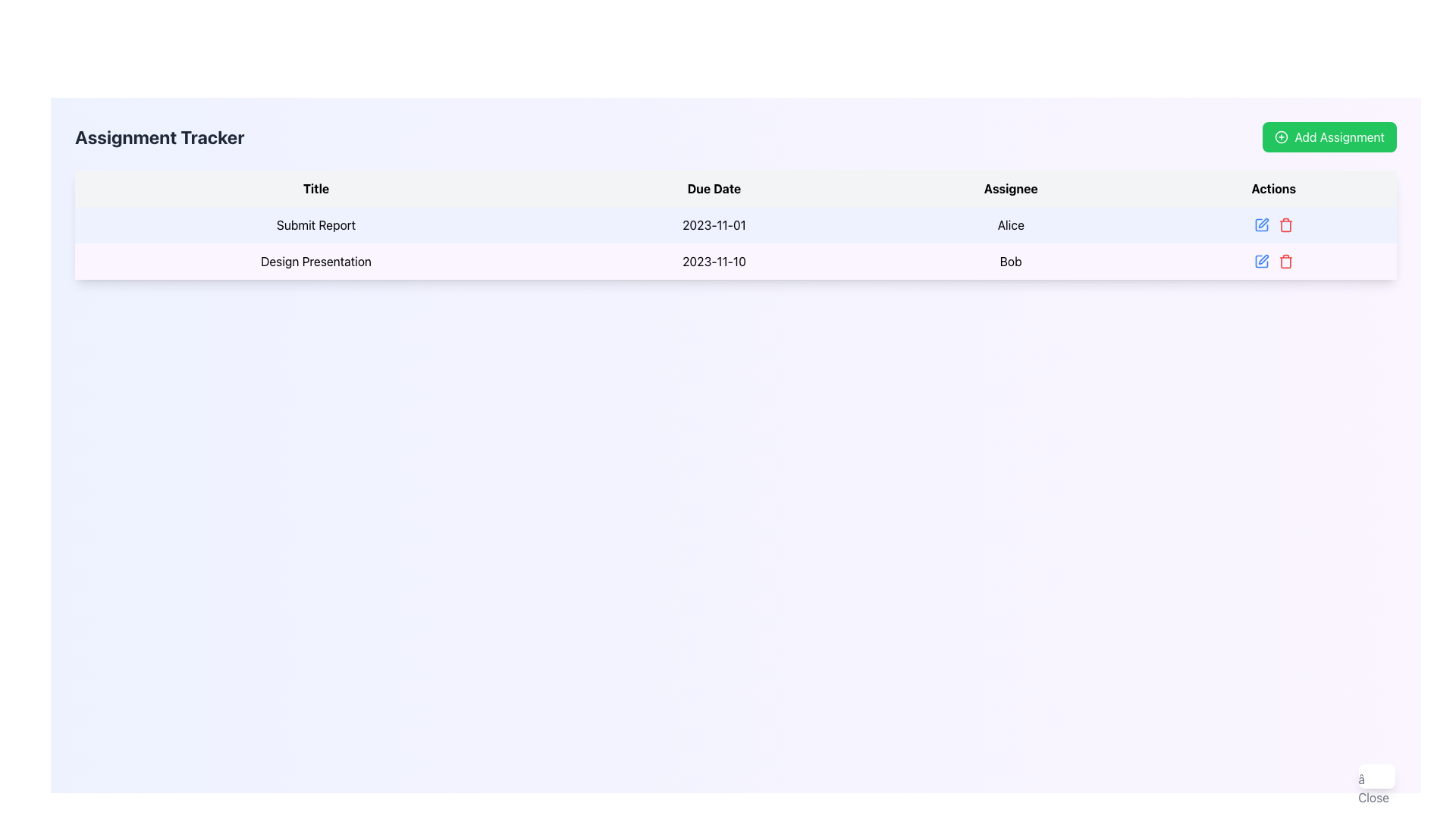 The height and width of the screenshot is (819, 1456). What do you see at coordinates (713, 260) in the screenshot?
I see `the table cell displaying the due date for the associated task, located in the 'Due Date' column of the second row` at bounding box center [713, 260].